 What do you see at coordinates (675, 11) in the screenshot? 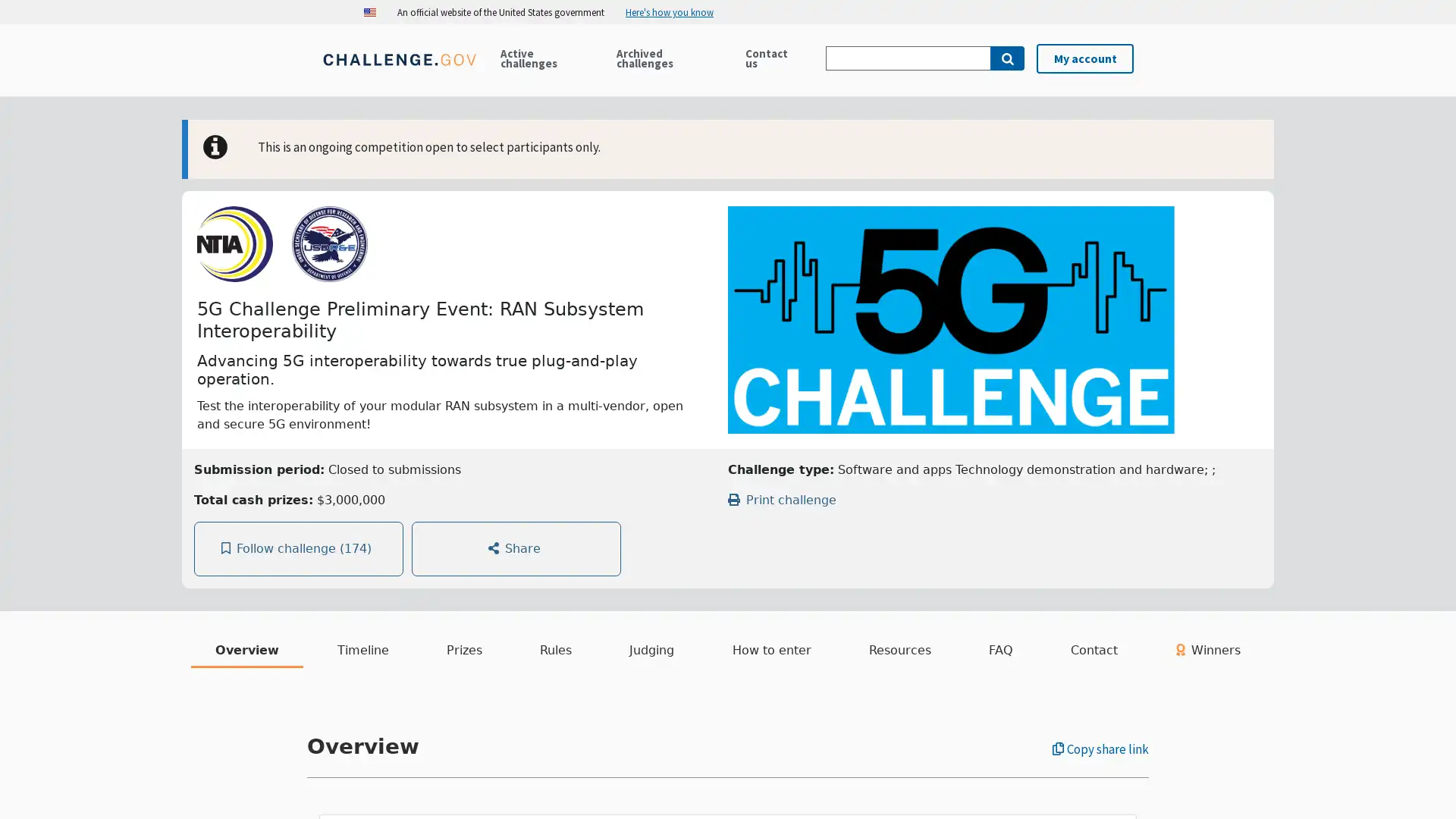
I see `Here's how you know` at bounding box center [675, 11].